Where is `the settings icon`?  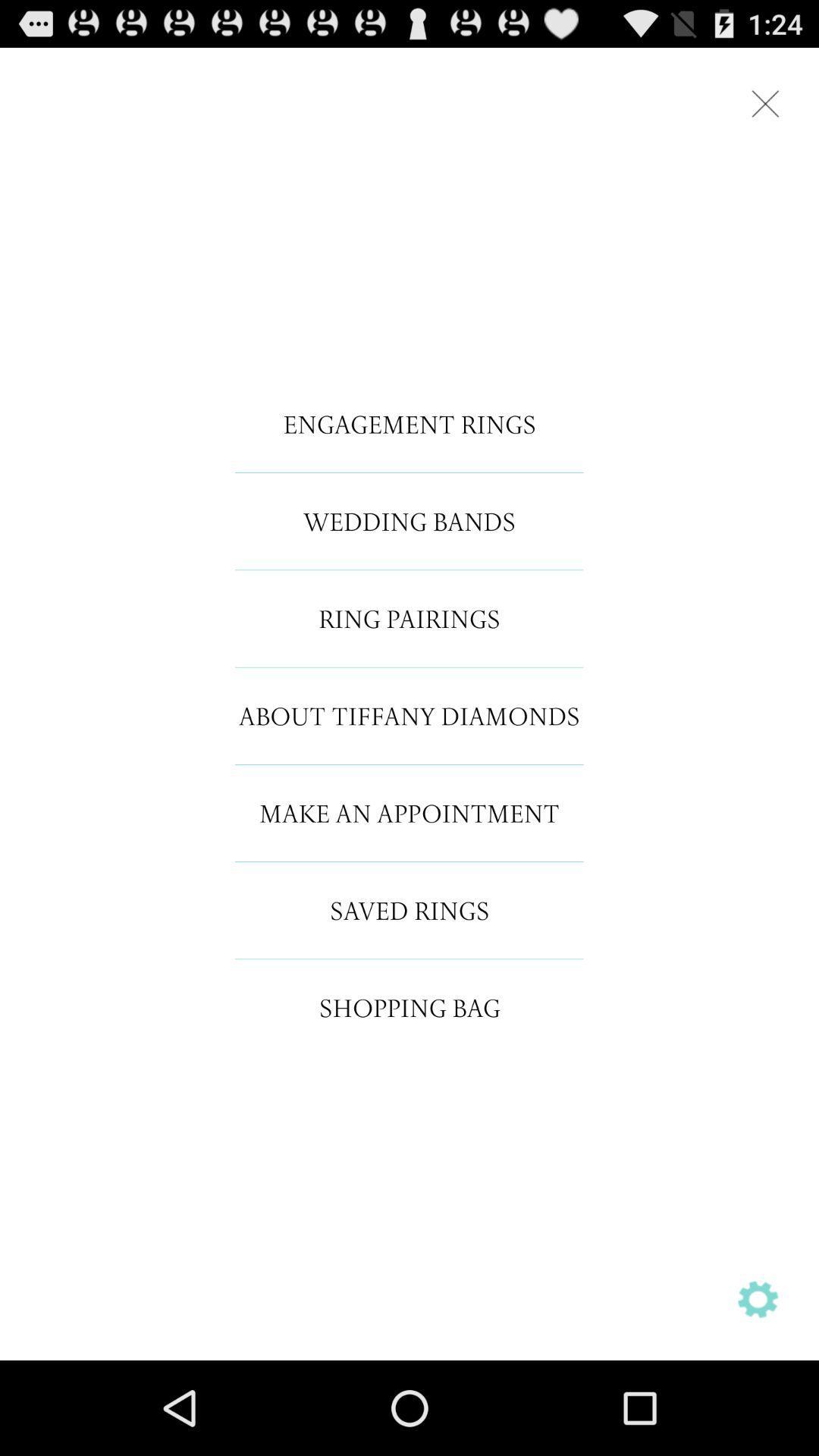
the settings icon is located at coordinates (748, 1380).